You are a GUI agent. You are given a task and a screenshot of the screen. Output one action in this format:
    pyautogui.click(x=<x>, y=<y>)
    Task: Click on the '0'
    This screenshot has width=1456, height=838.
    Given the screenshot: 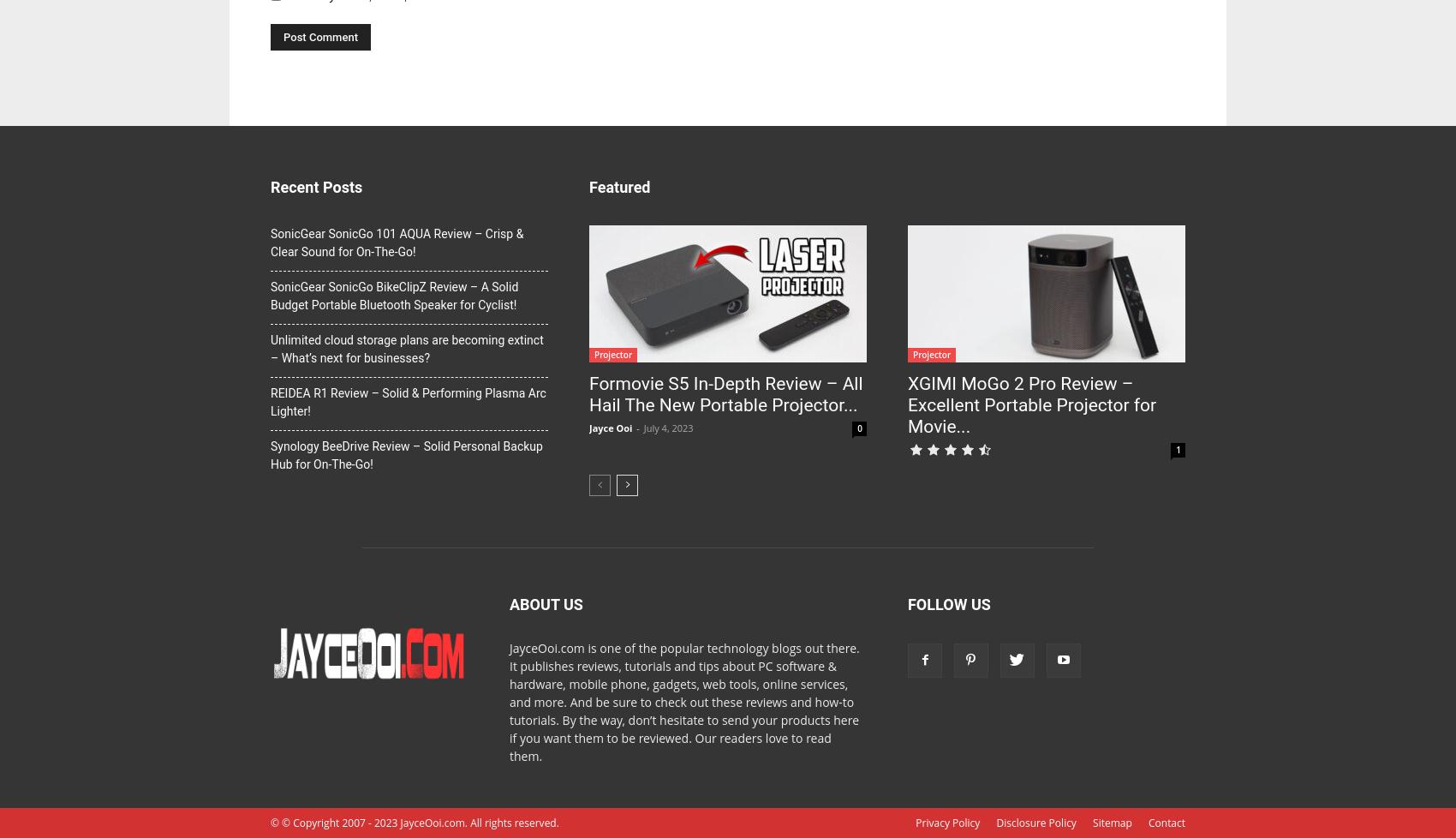 What is the action you would take?
    pyautogui.click(x=858, y=428)
    